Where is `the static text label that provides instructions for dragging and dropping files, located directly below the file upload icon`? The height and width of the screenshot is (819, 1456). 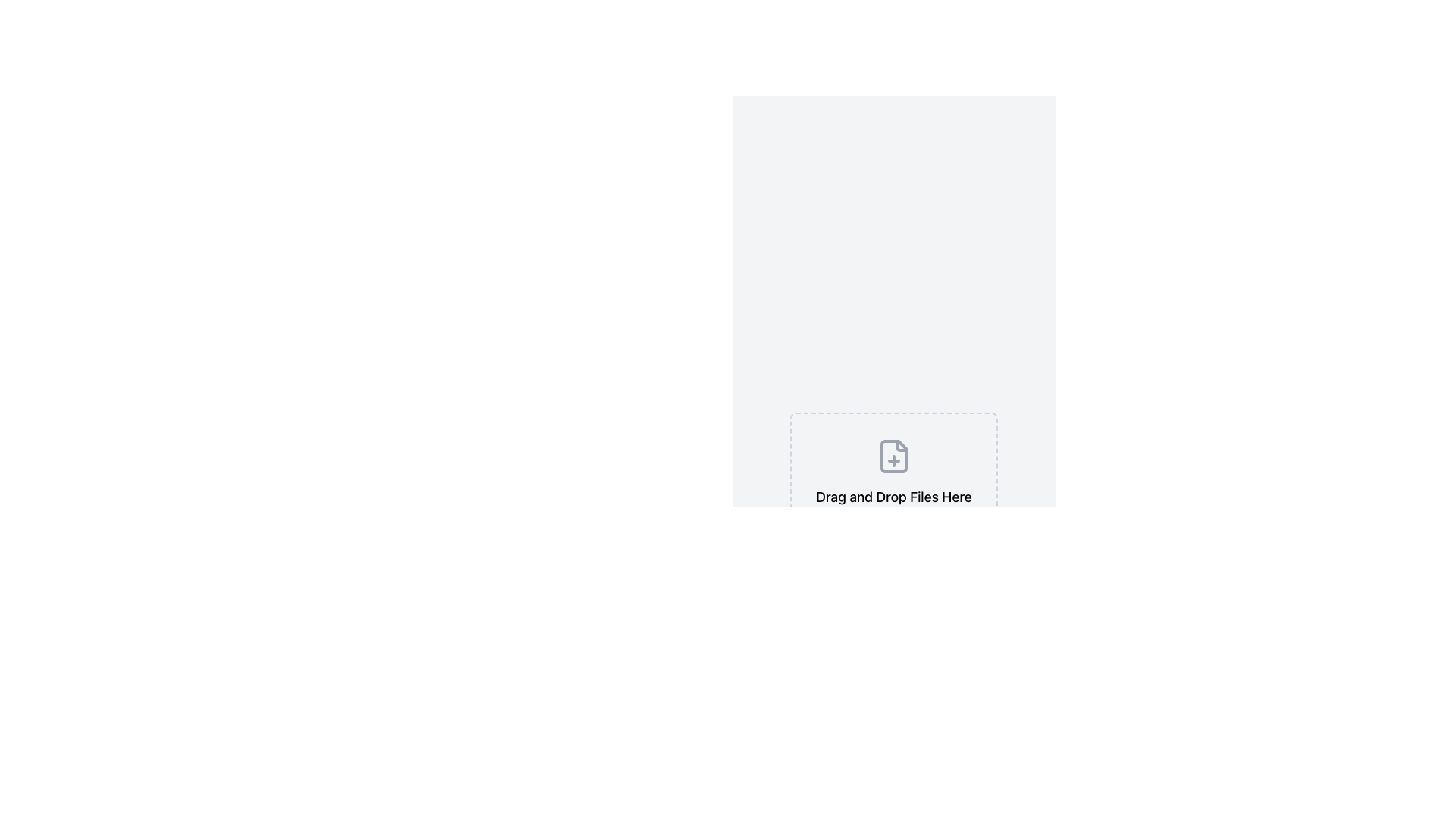 the static text label that provides instructions for dragging and dropping files, located directly below the file upload icon is located at coordinates (894, 497).